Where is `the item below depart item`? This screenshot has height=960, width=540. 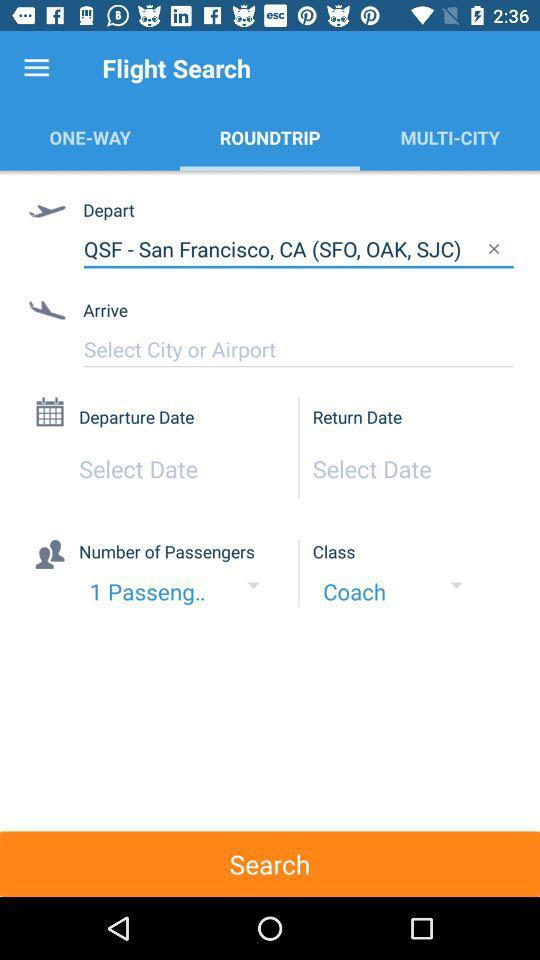
the item below depart item is located at coordinates (297, 248).